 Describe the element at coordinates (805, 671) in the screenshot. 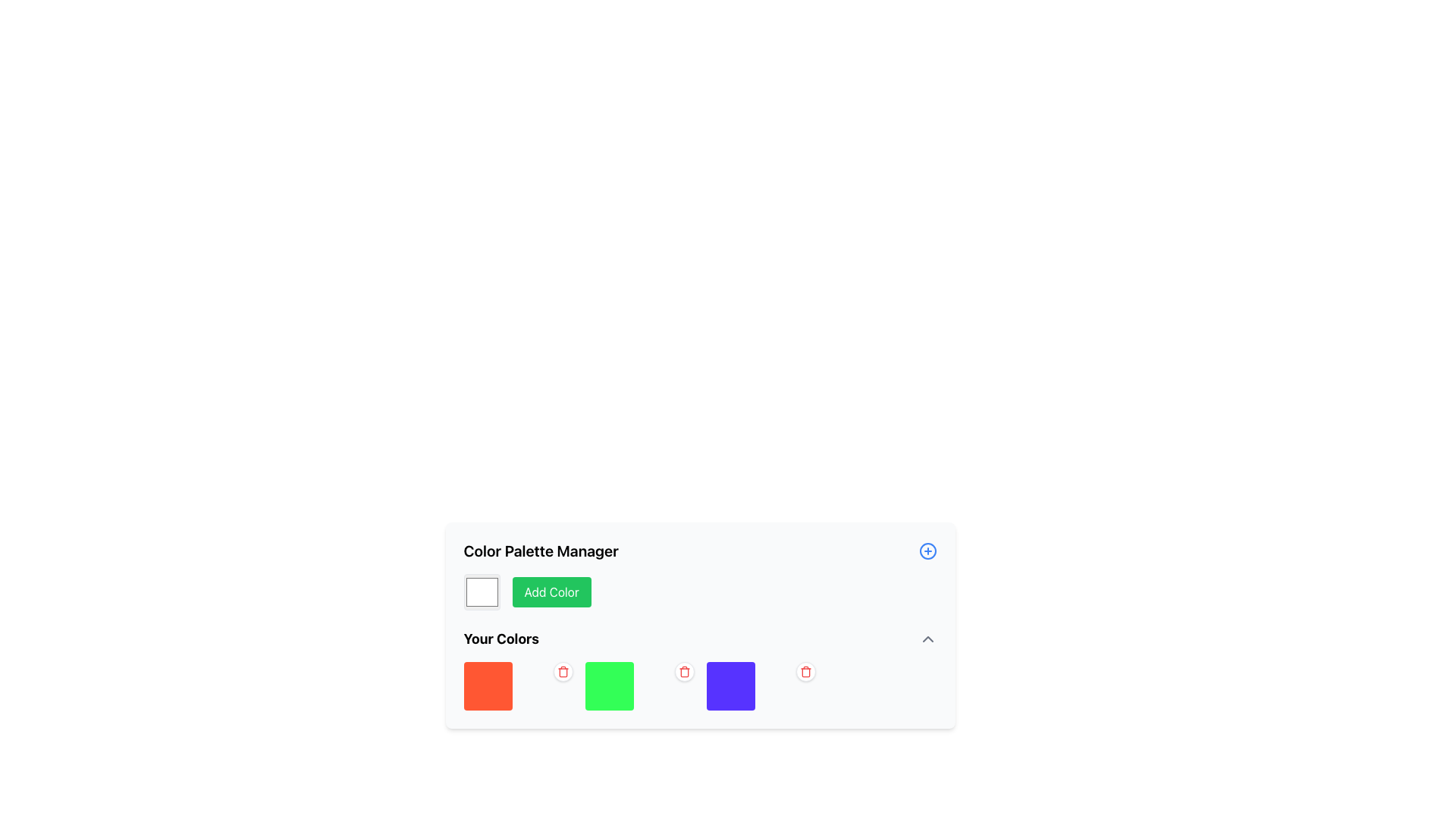

I see `the Circular Icon Button located at the top-right corner of the purple square color block in the 'Your Colors' section to invoke the delete action` at that location.